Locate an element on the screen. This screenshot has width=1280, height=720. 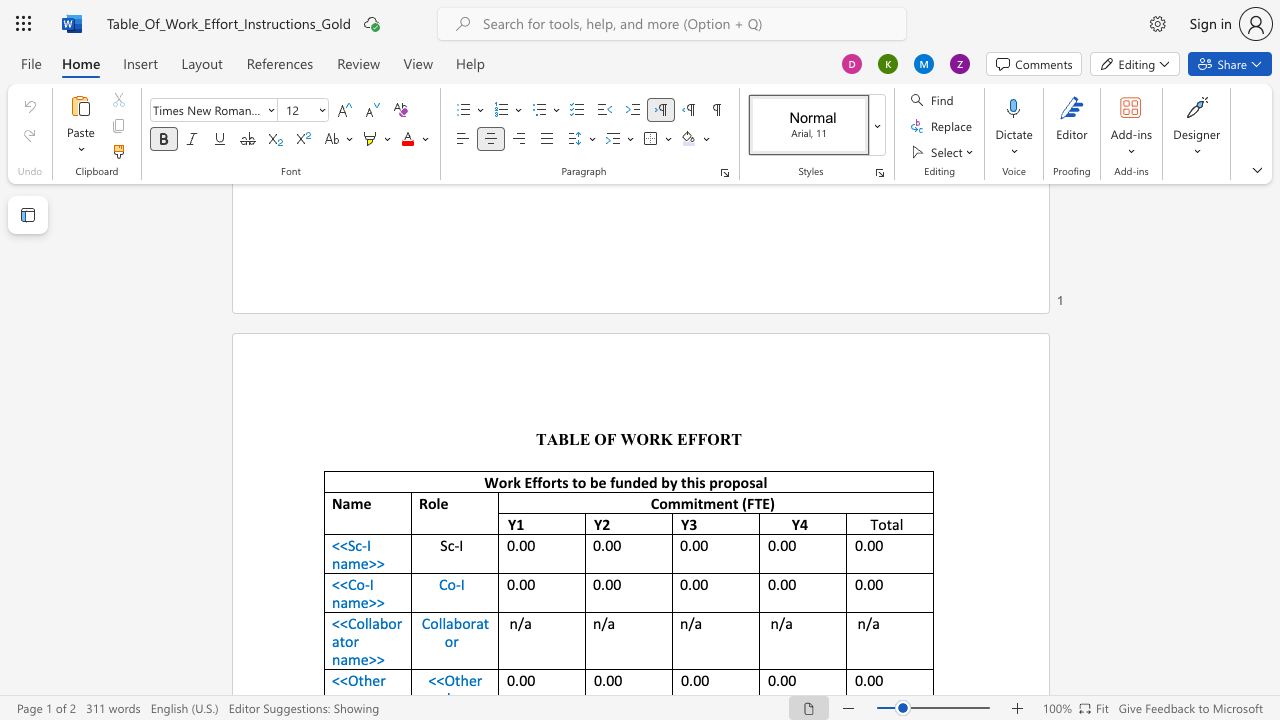
the space between the continuous character "m" and "e" in the text is located at coordinates (359, 563).